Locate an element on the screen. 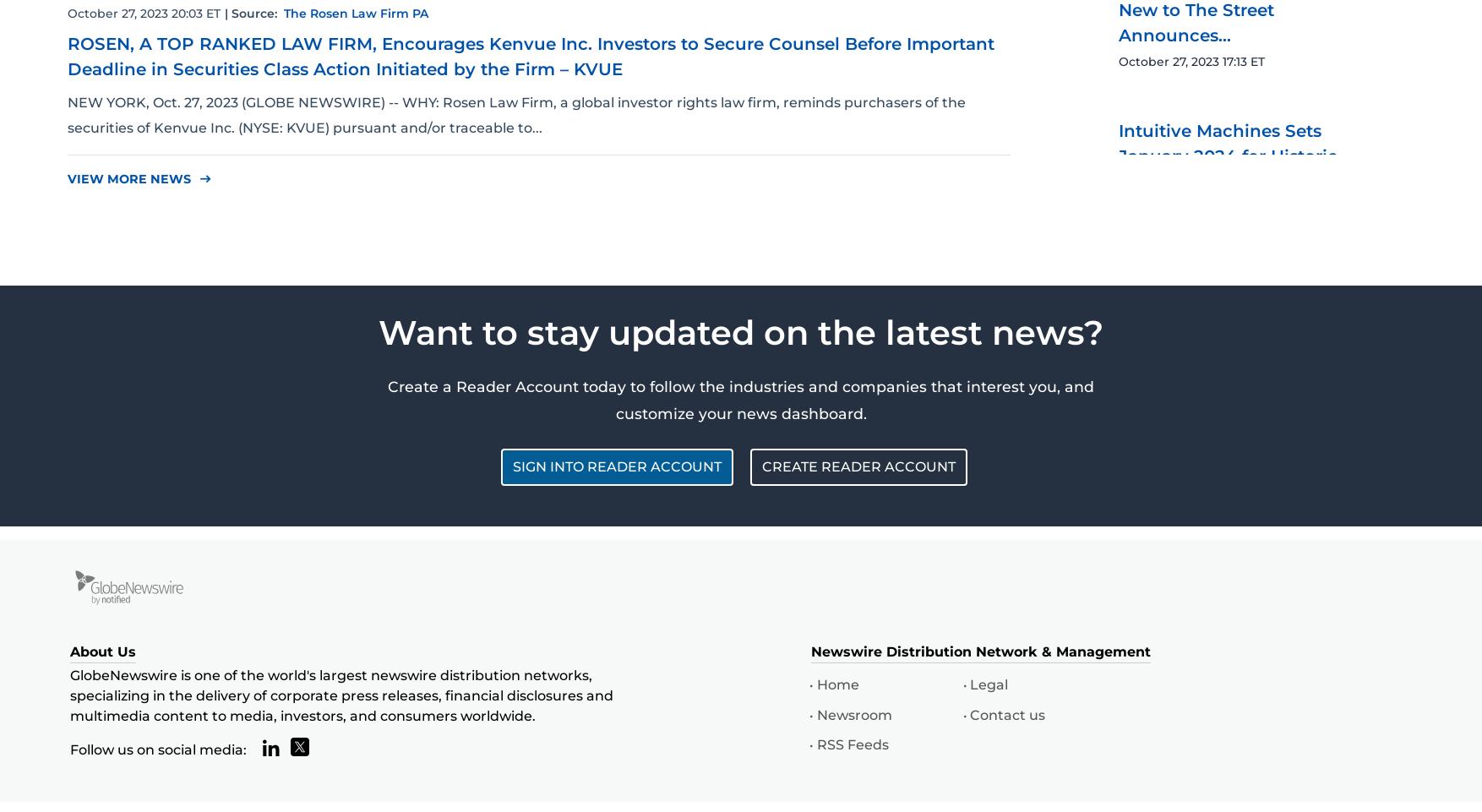  '|' is located at coordinates (226, 11).